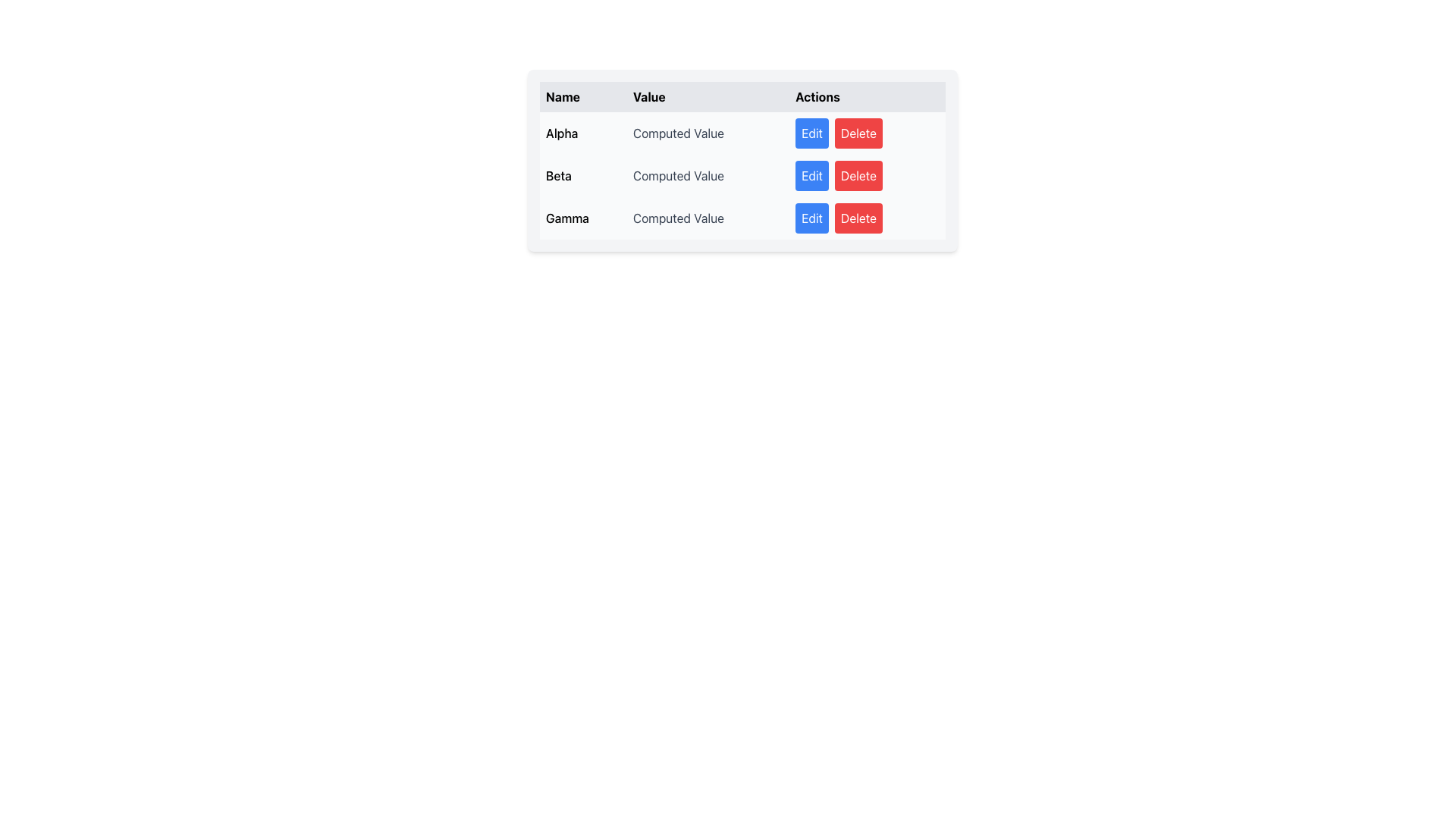 Image resolution: width=1456 pixels, height=819 pixels. What do you see at coordinates (858, 133) in the screenshot?
I see `the second button in the 'Actions' column of the table row, which is located to the right of the blue 'Edit' button` at bounding box center [858, 133].